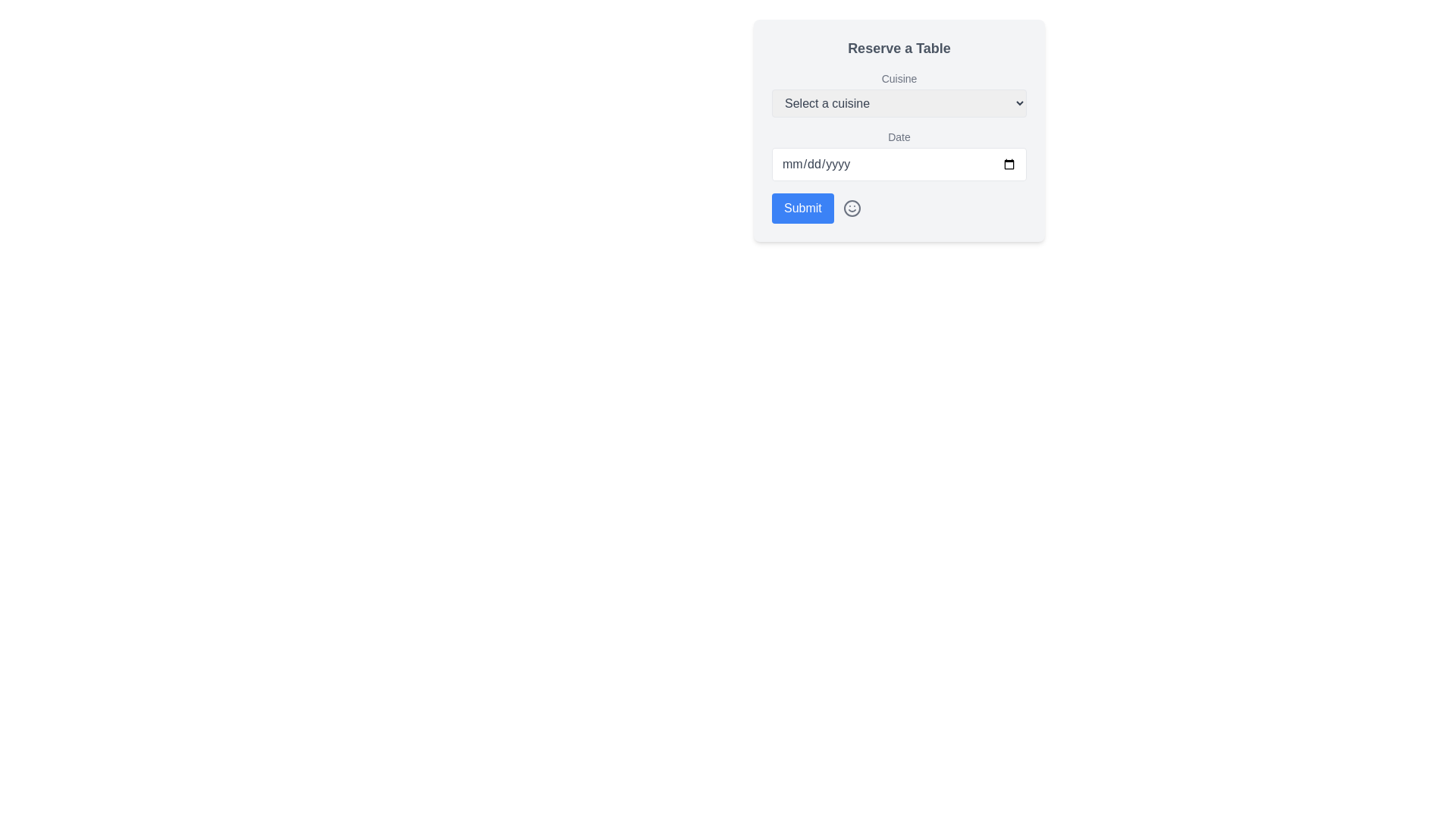 This screenshot has height=819, width=1456. Describe the element at coordinates (852, 208) in the screenshot. I see `the SVG circle element that is part of a smiley face icon, located to the right of the 'Submit' button in the reservation form` at that location.